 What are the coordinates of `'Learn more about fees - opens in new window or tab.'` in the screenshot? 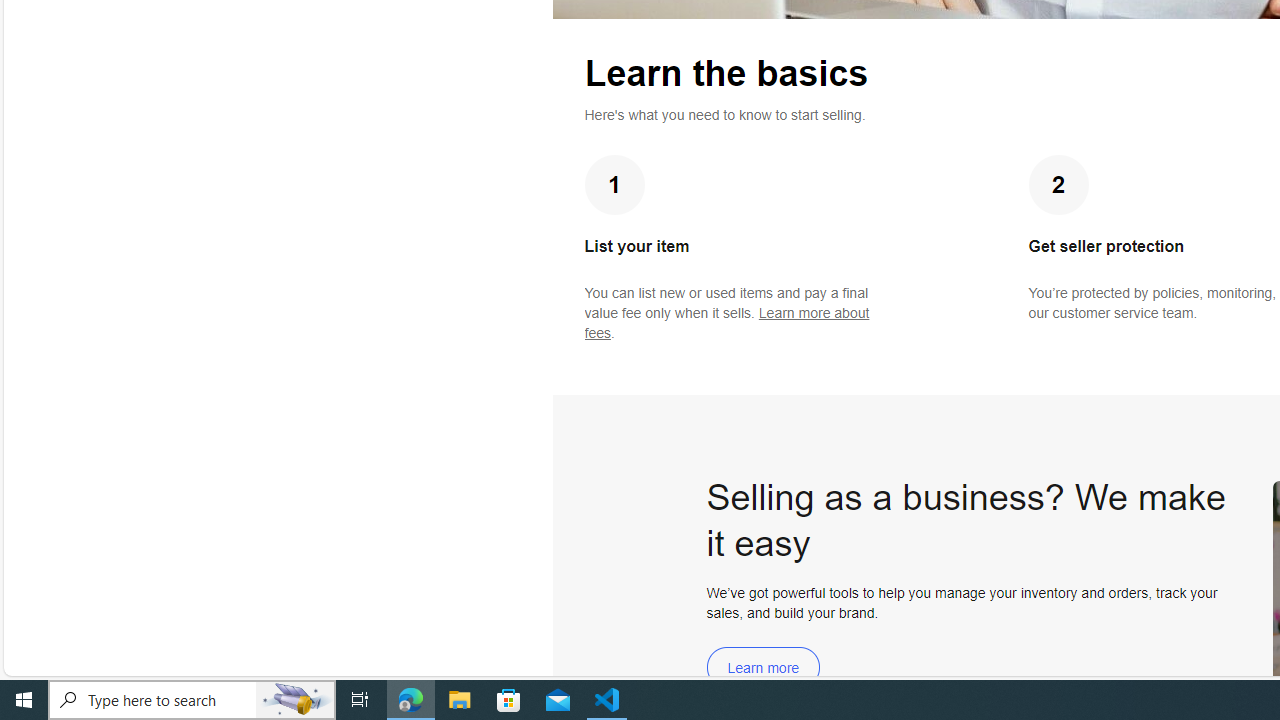 It's located at (726, 322).